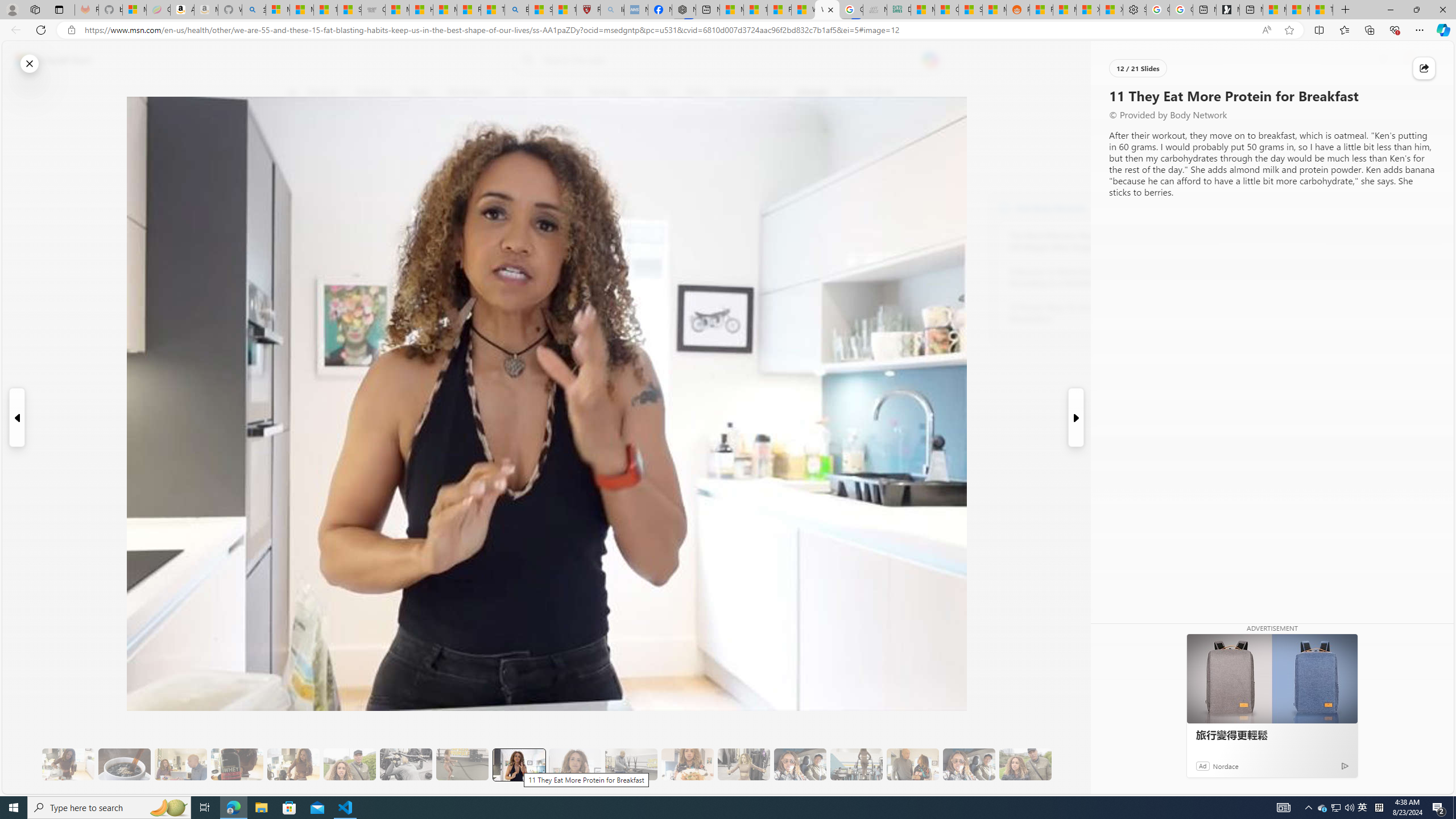 This screenshot has height=819, width=1456. What do you see at coordinates (349, 764) in the screenshot?
I see `'8 They Walk to the Gym'` at bounding box center [349, 764].